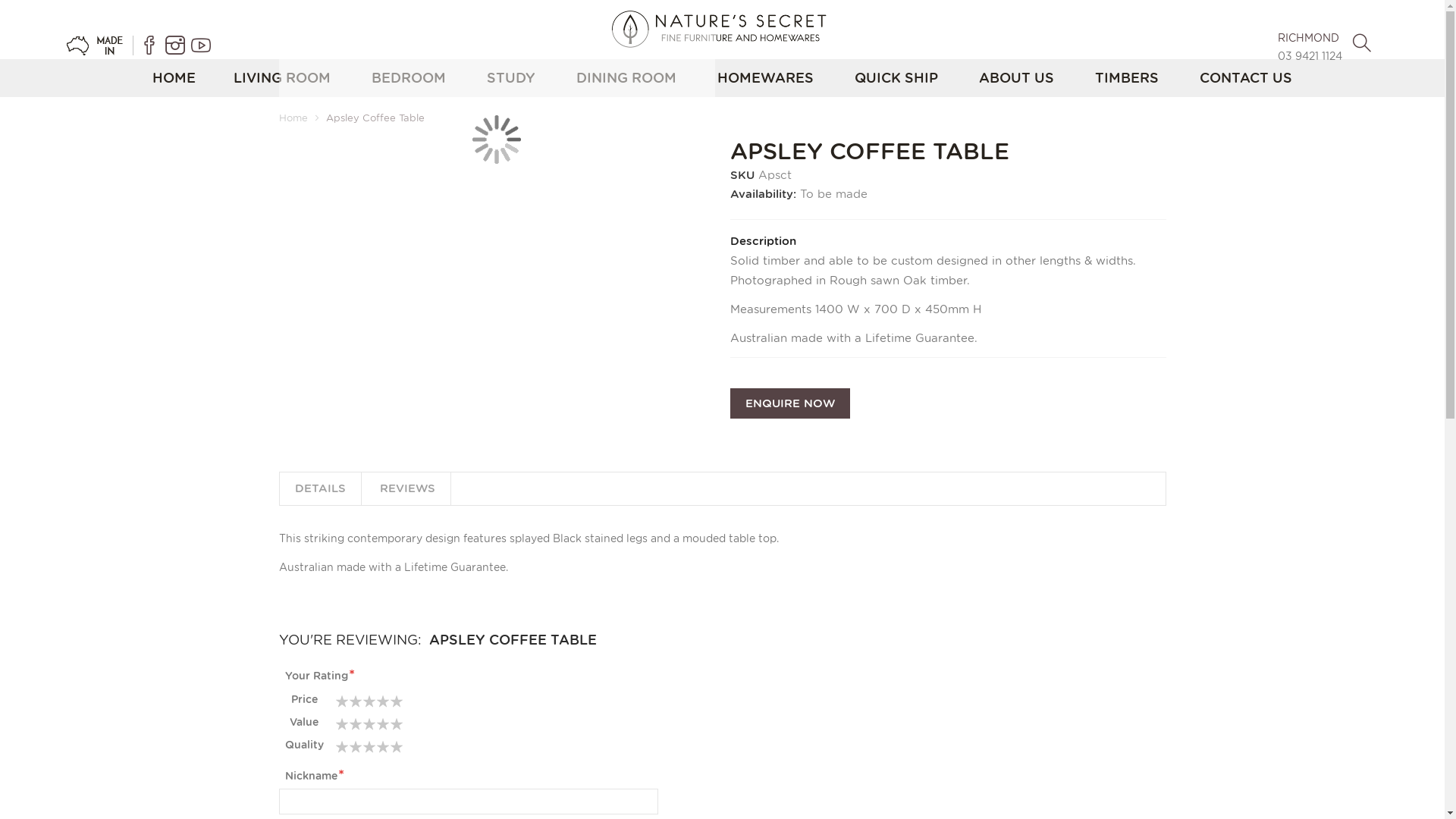  Describe the element at coordinates (765, 78) in the screenshot. I see `'HOMEWARES'` at that location.